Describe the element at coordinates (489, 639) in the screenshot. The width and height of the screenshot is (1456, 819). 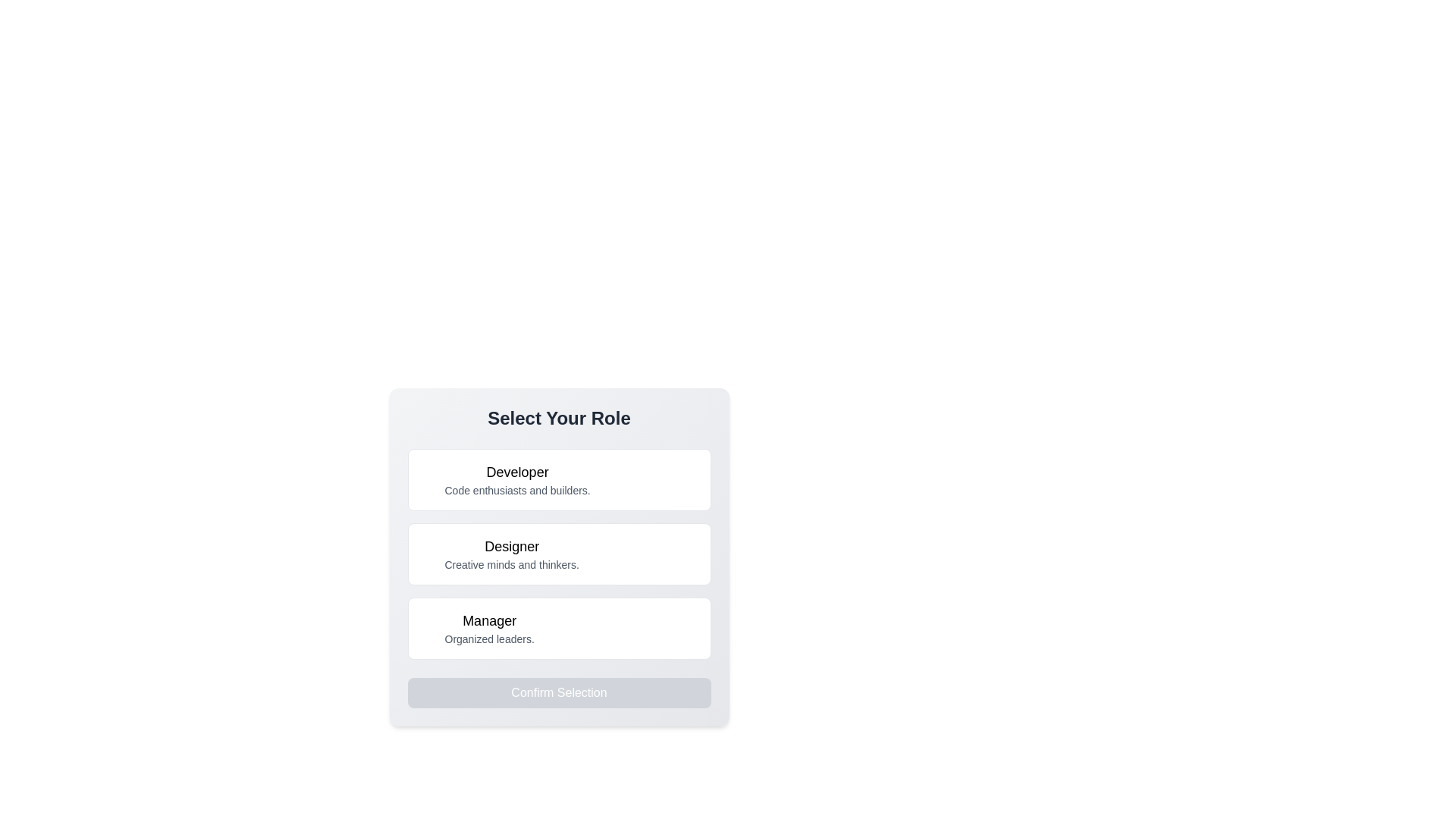
I see `the static text label providing additional information about the 'Manager' role, located below the 'Manager' heading in the vertical list of roles` at that location.